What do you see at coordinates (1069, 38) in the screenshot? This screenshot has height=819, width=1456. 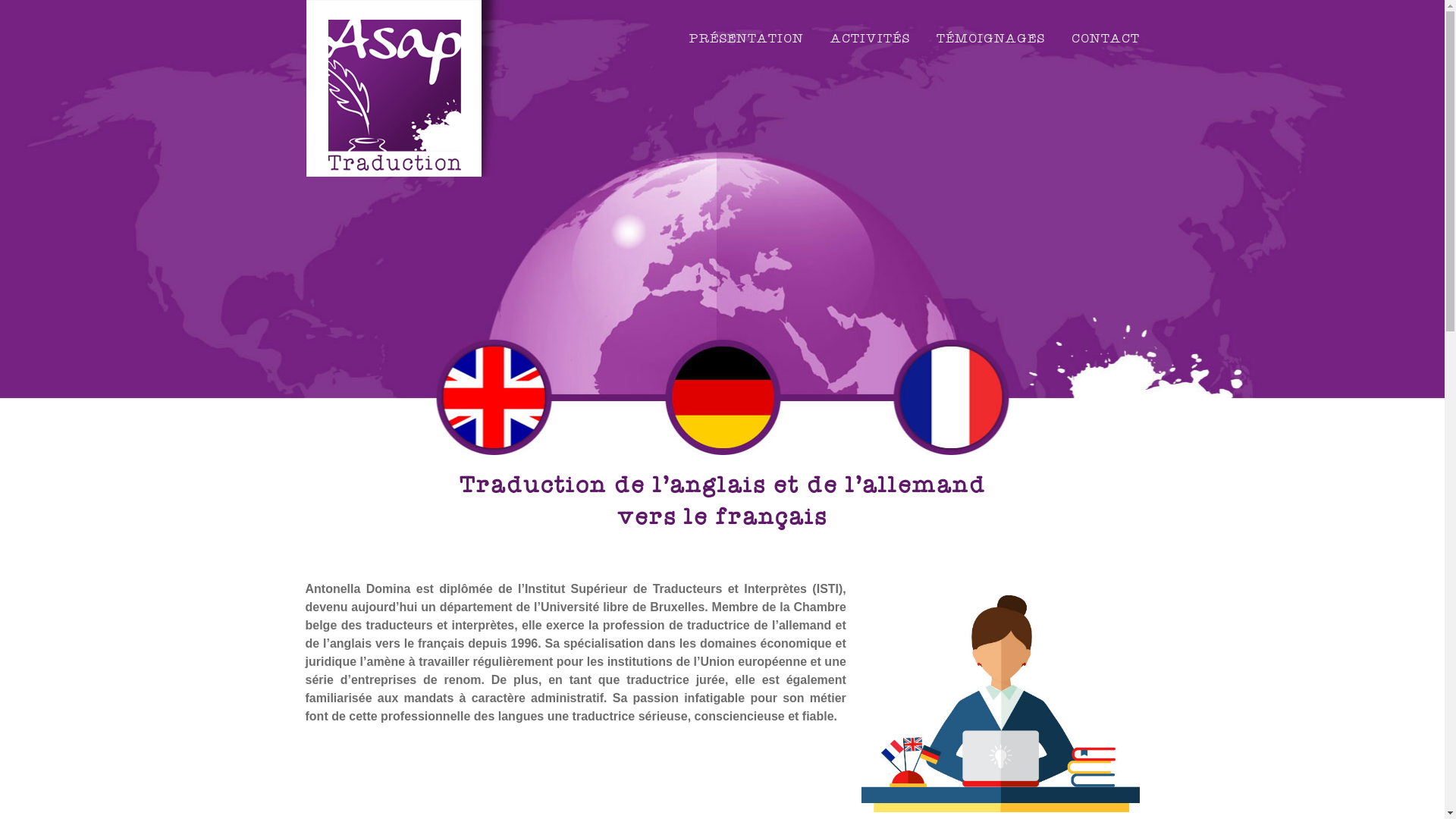 I see `'CONTACT'` at bounding box center [1069, 38].